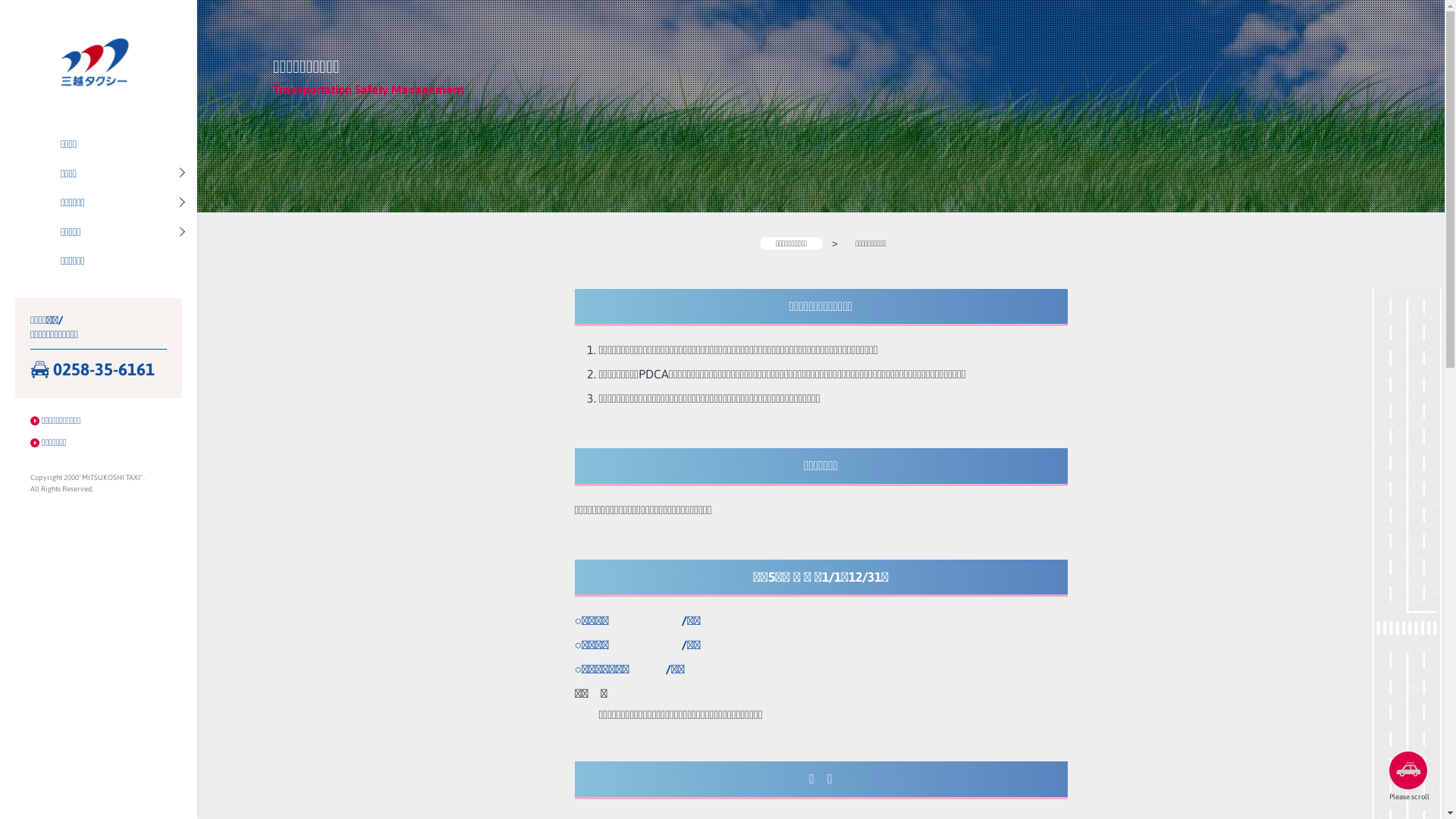  What do you see at coordinates (30, 370) in the screenshot?
I see `'0258-35-6161'` at bounding box center [30, 370].